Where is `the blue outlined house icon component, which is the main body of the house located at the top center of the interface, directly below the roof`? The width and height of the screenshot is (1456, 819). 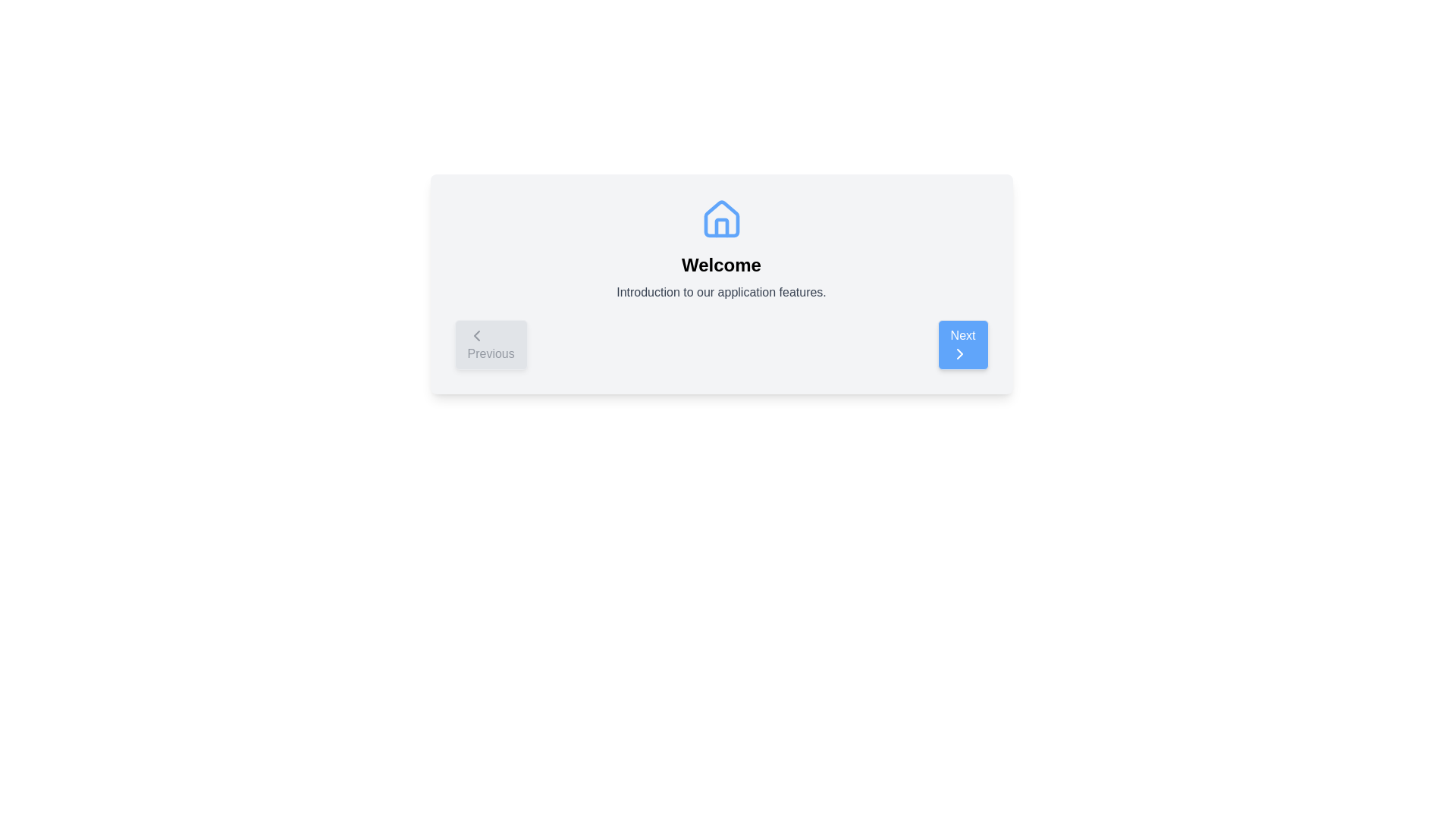 the blue outlined house icon component, which is the main body of the house located at the top center of the interface, directly below the roof is located at coordinates (720, 218).